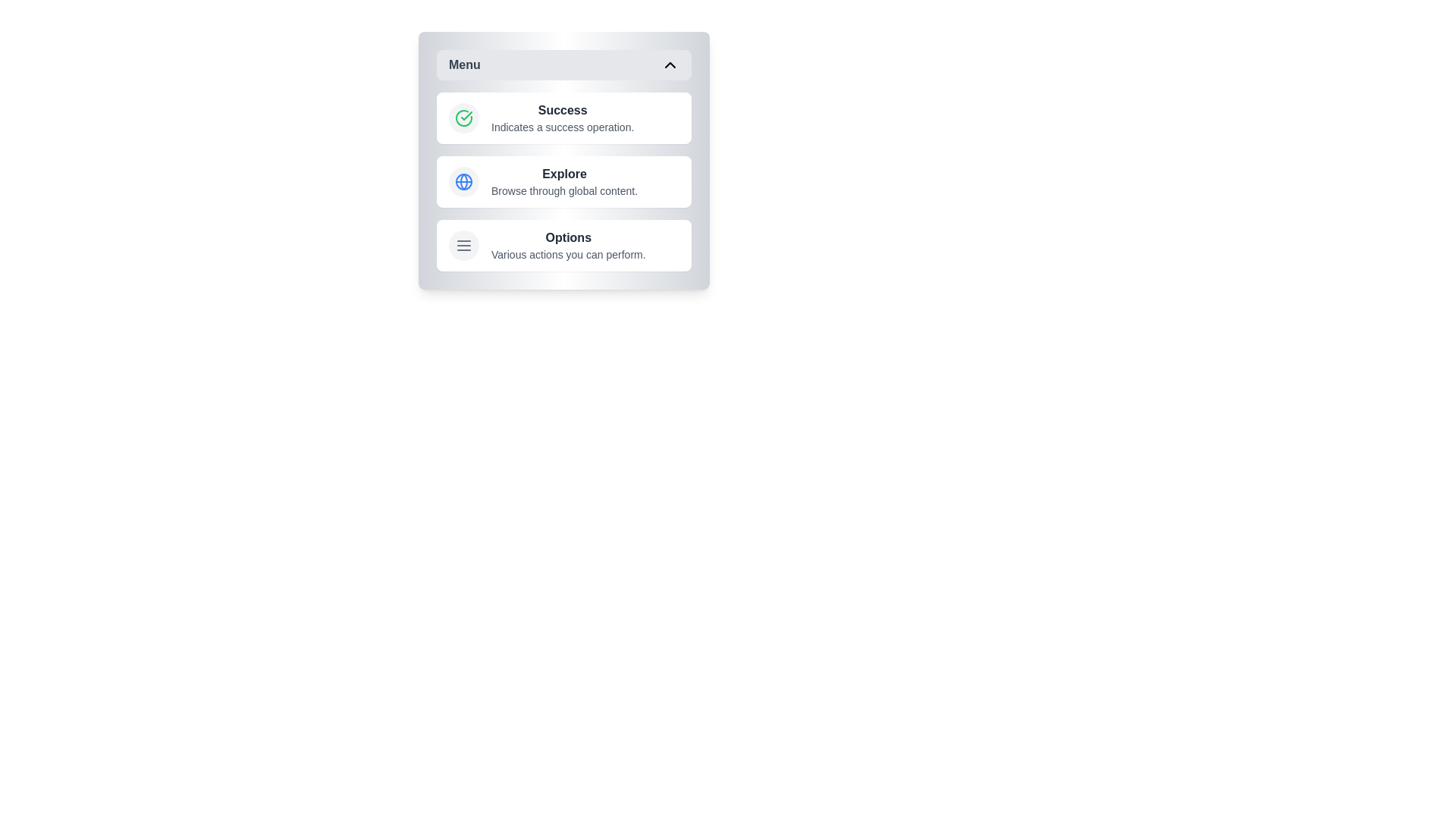 The width and height of the screenshot is (1456, 819). What do you see at coordinates (563, 180) in the screenshot?
I see `the menu item labeled Explore to view its hover effect` at bounding box center [563, 180].